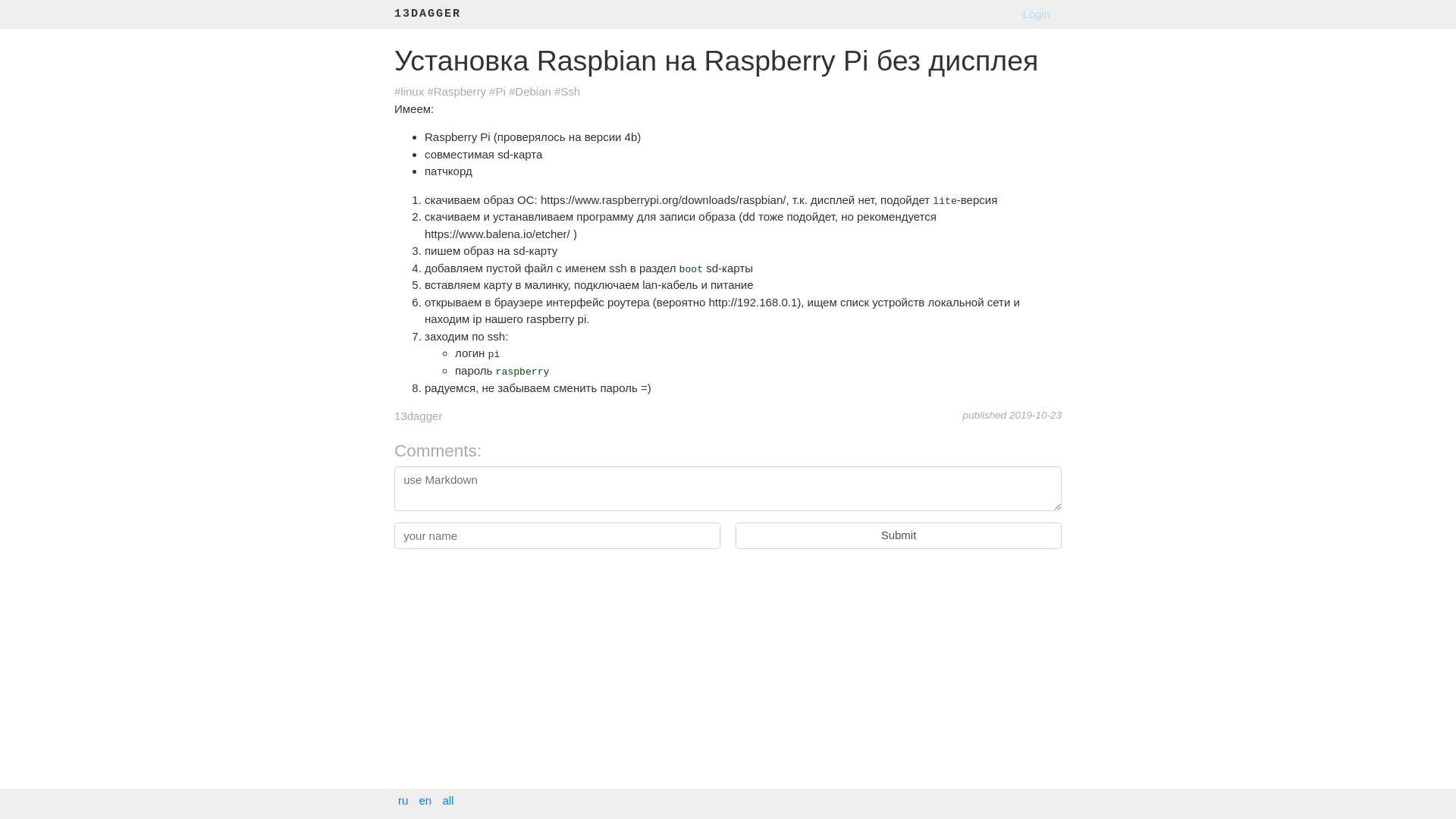  What do you see at coordinates (1011, 14) in the screenshot?
I see `'Login'` at bounding box center [1011, 14].